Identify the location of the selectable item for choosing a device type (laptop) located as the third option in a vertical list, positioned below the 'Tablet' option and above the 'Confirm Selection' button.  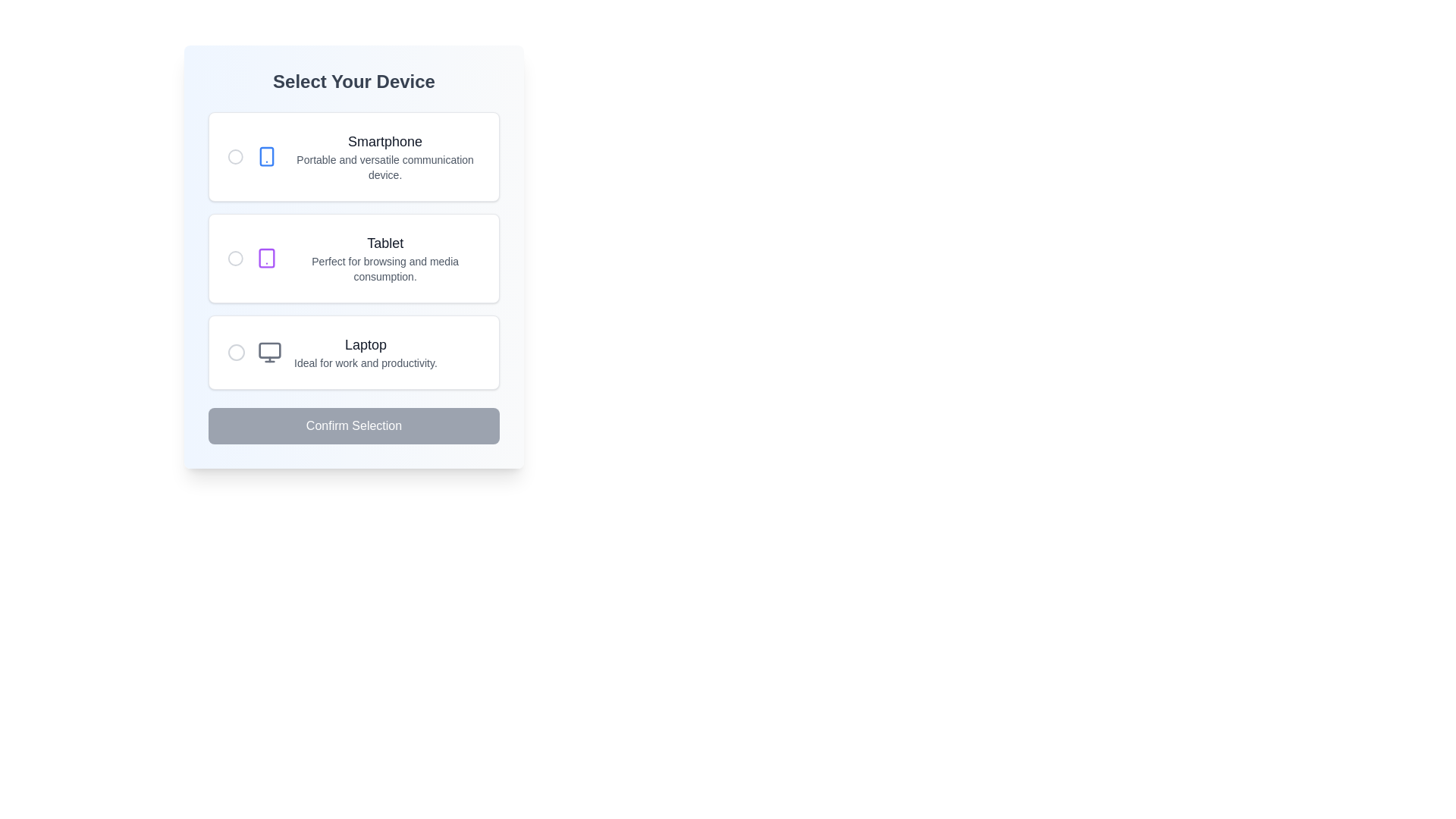
(347, 353).